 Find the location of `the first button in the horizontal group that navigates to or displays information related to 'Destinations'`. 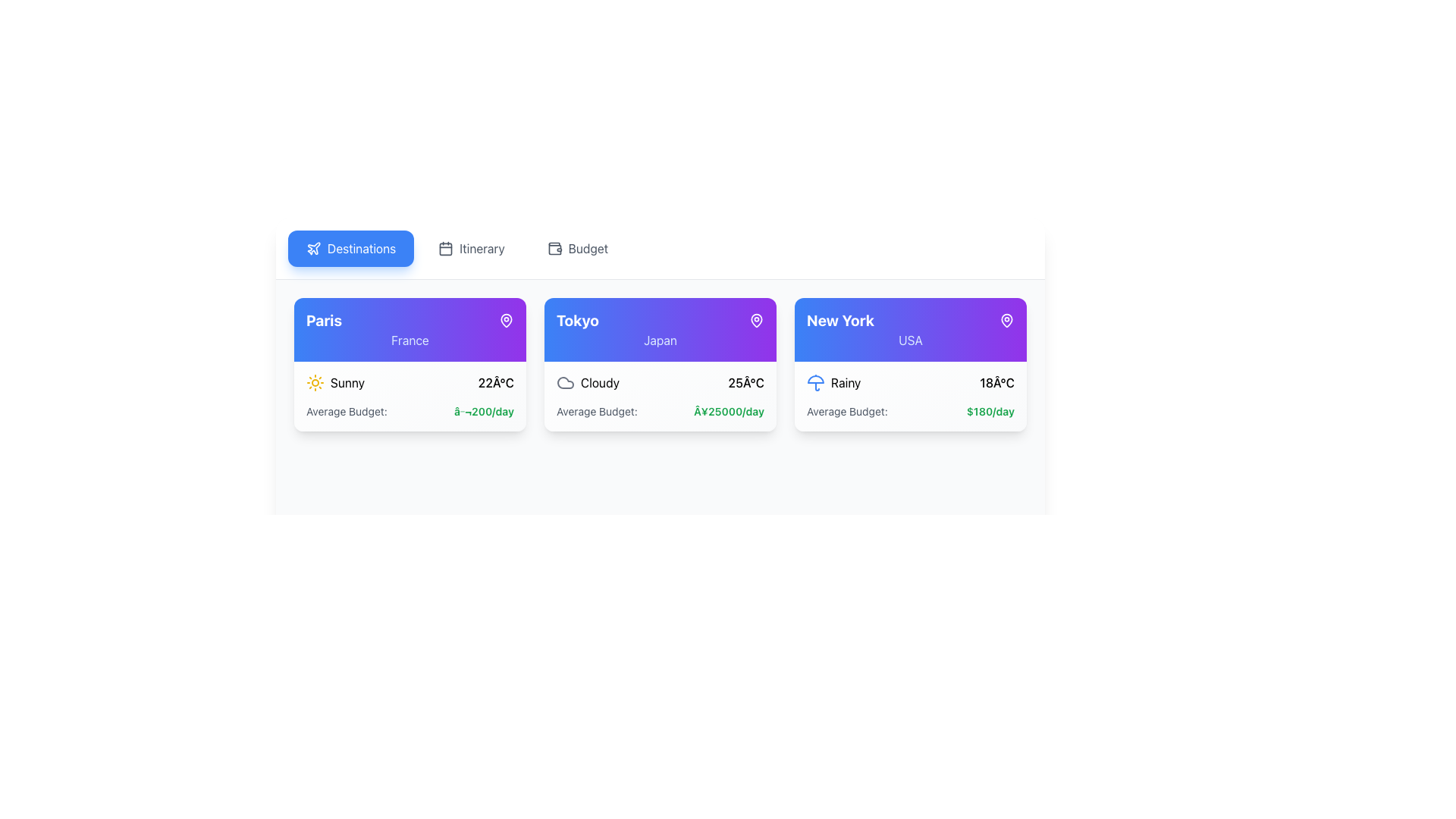

the first button in the horizontal group that navigates to or displays information related to 'Destinations' is located at coordinates (350, 247).